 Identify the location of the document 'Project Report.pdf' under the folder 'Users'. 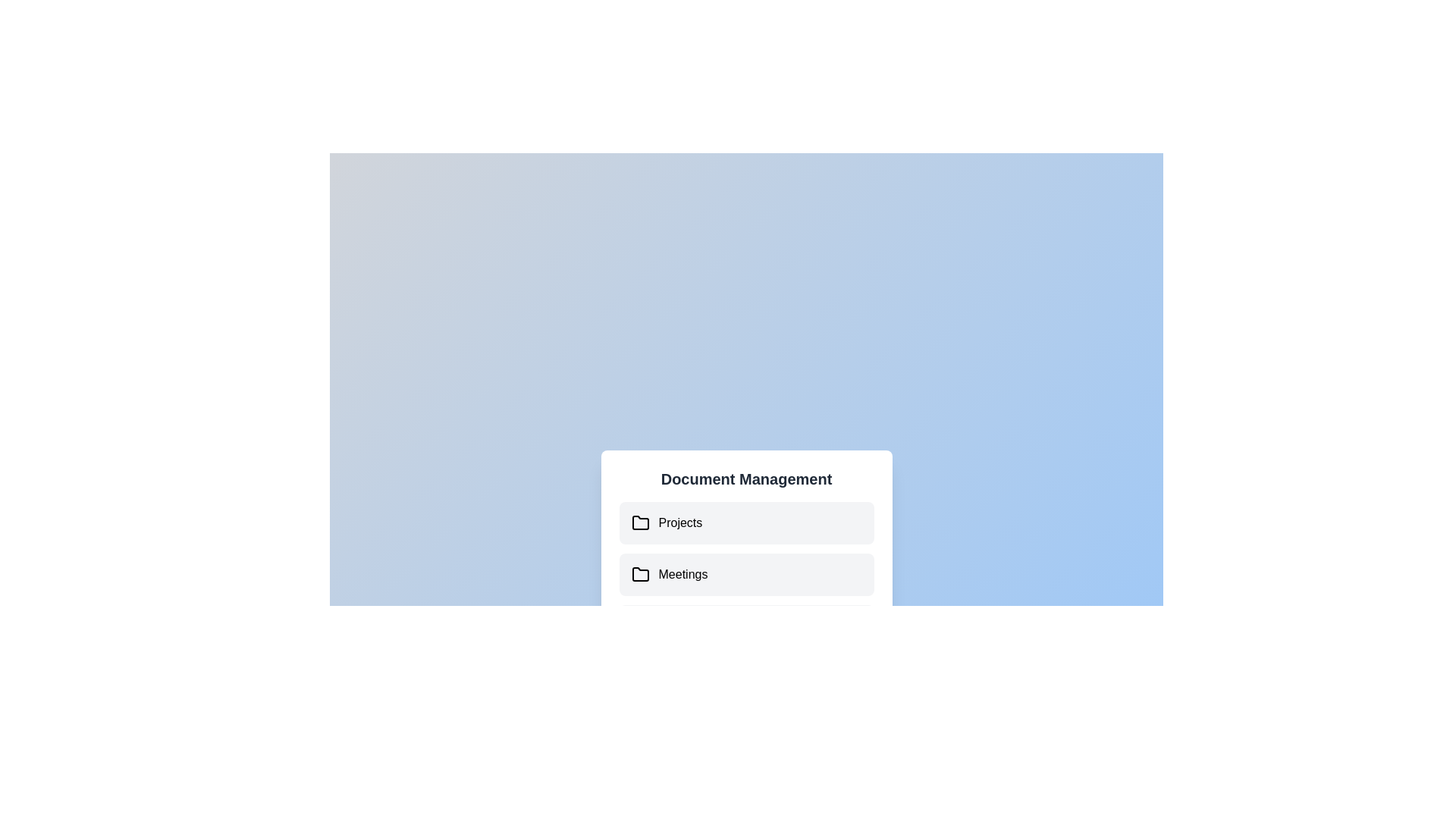
(746, 626).